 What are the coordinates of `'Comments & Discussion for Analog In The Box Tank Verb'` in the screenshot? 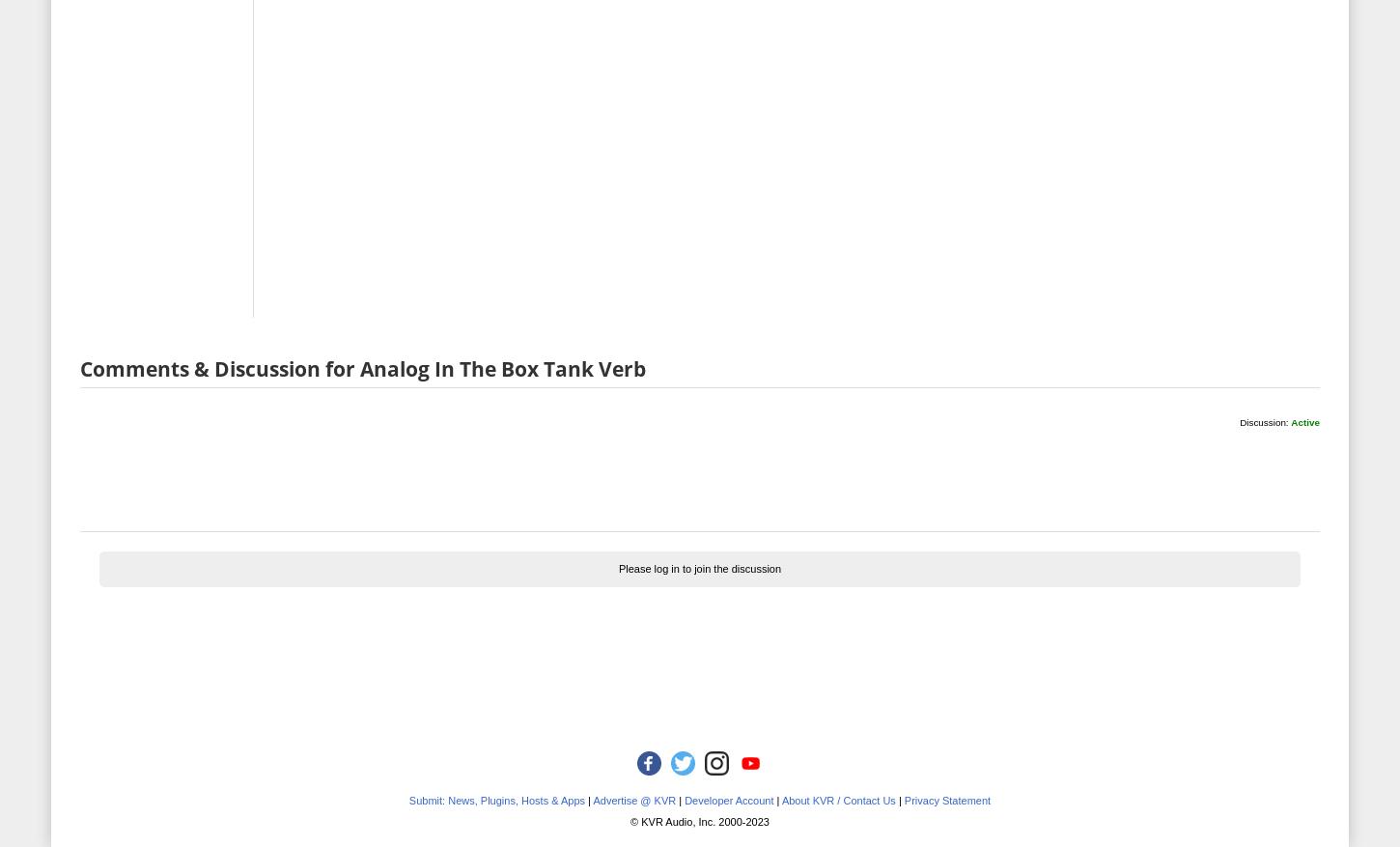 It's located at (361, 369).